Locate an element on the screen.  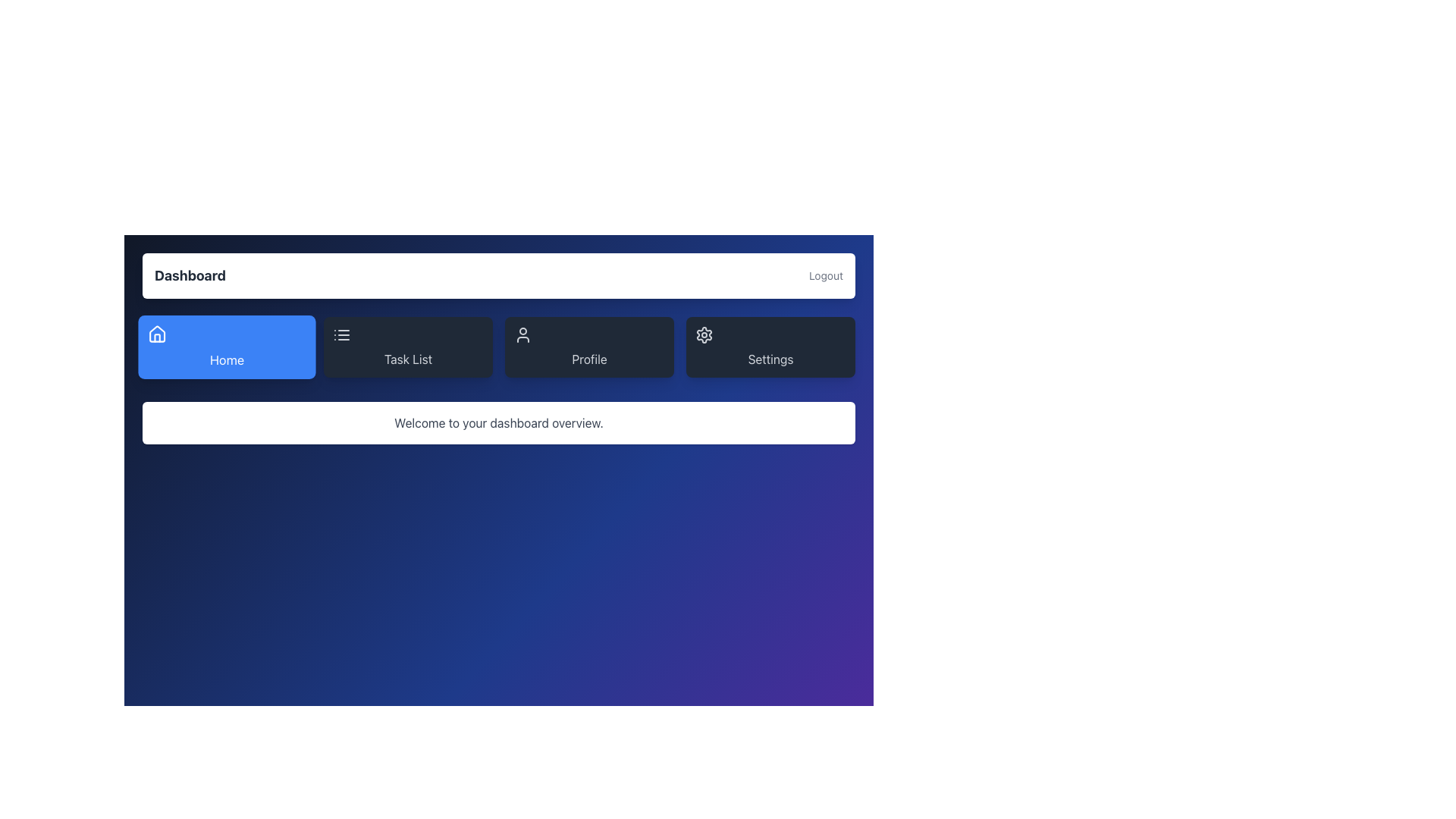
the user profile icon located at the center of the profile button within the navigation menu is located at coordinates (523, 334).